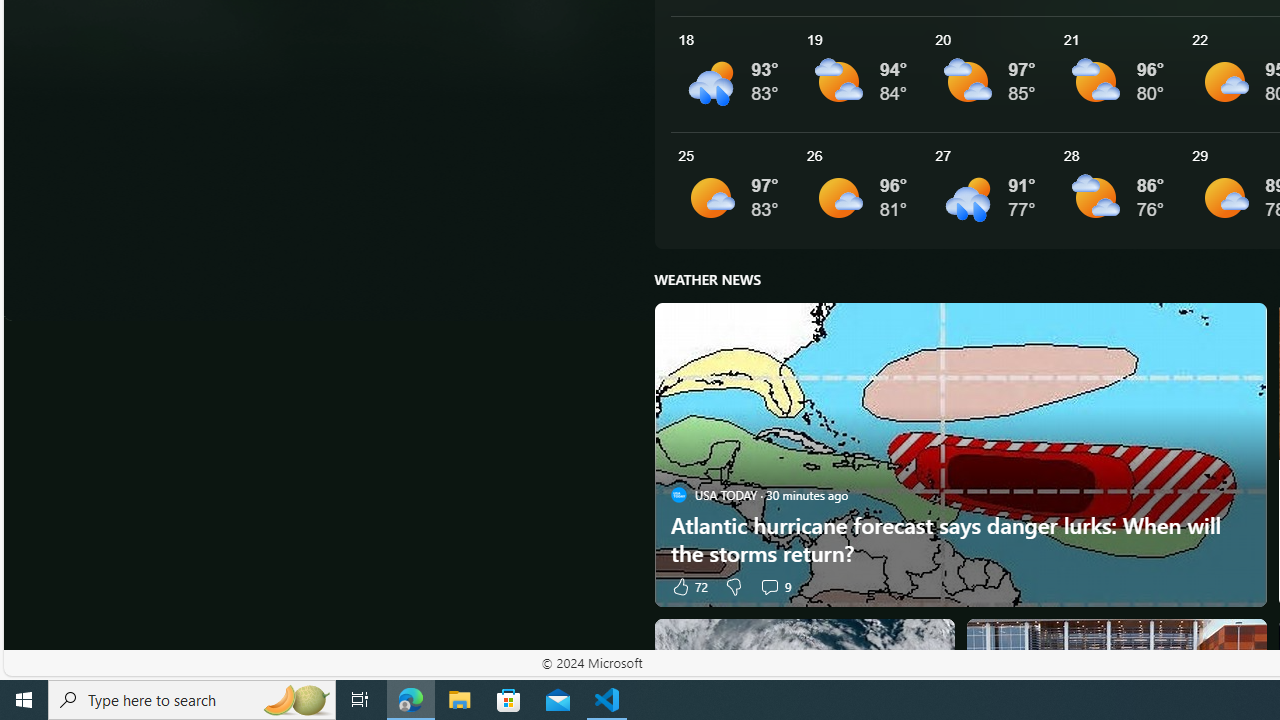 This screenshot has height=720, width=1280. Describe the element at coordinates (688, 585) in the screenshot. I see `'72 Like'` at that location.